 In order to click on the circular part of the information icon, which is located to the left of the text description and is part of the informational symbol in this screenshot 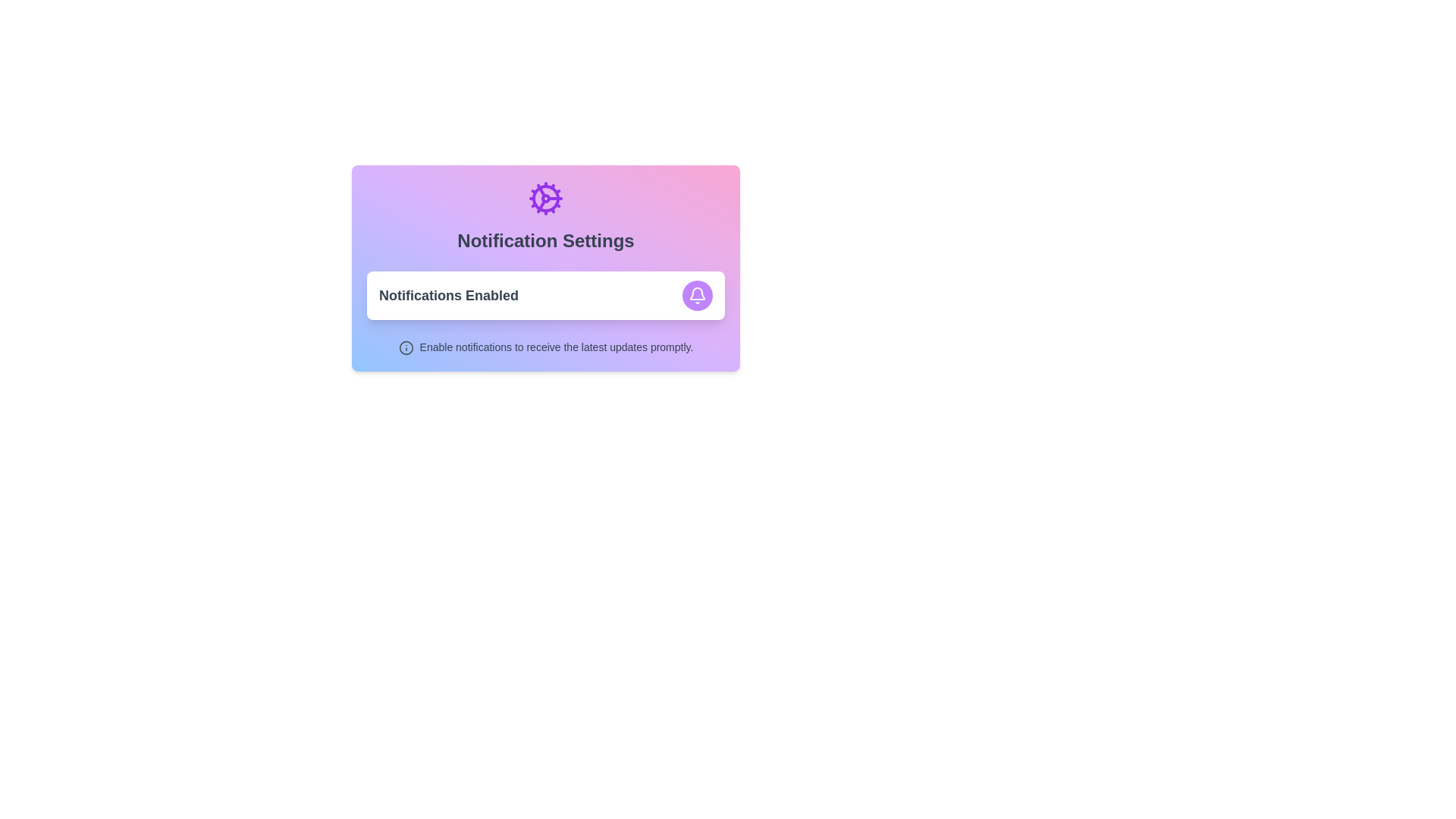, I will do `click(406, 347)`.